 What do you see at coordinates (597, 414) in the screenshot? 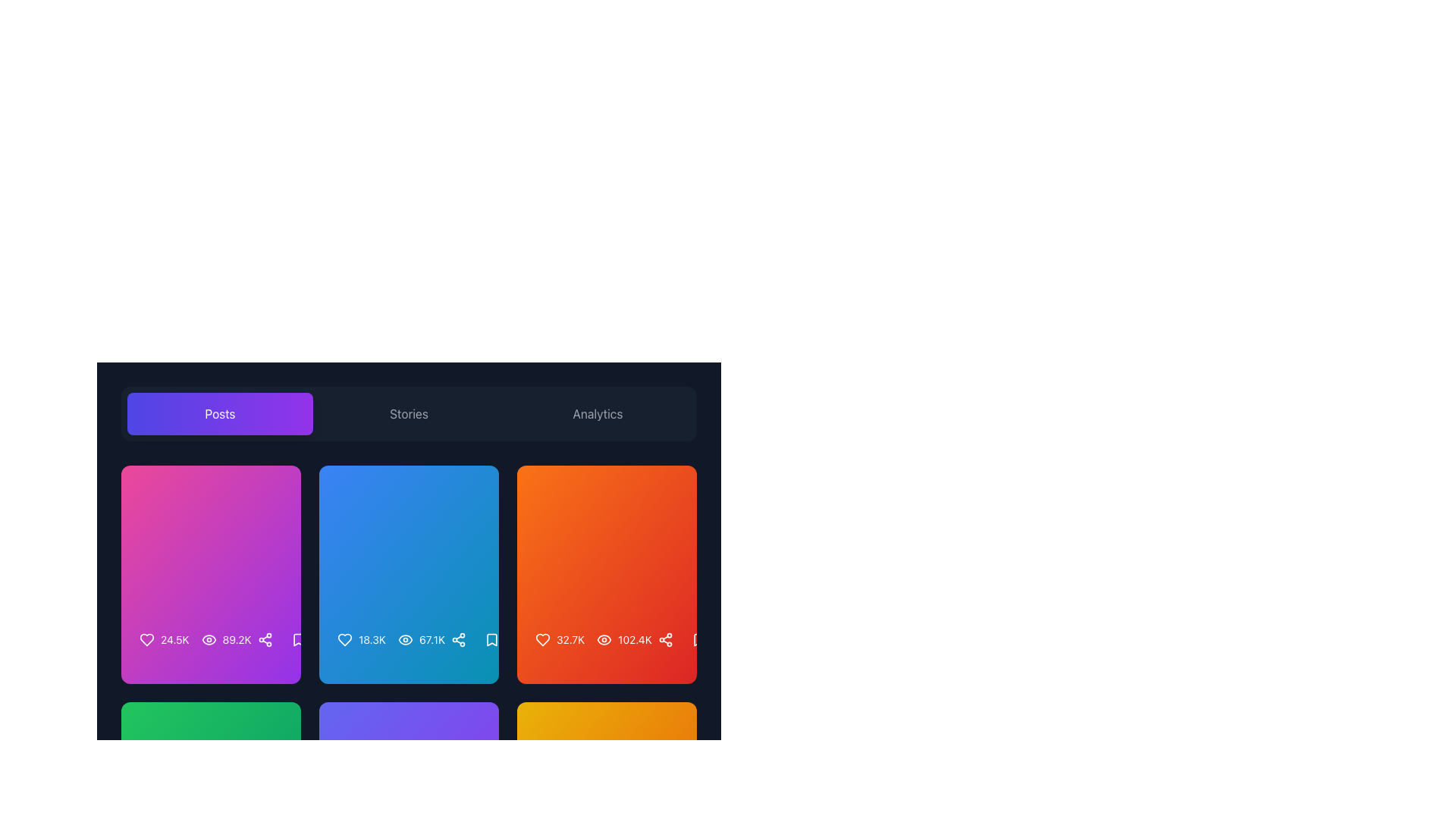
I see `the third button from the left in a horizontal group of three buttons, located to the right of the 'Stories' and 'Posts' buttons` at bounding box center [597, 414].